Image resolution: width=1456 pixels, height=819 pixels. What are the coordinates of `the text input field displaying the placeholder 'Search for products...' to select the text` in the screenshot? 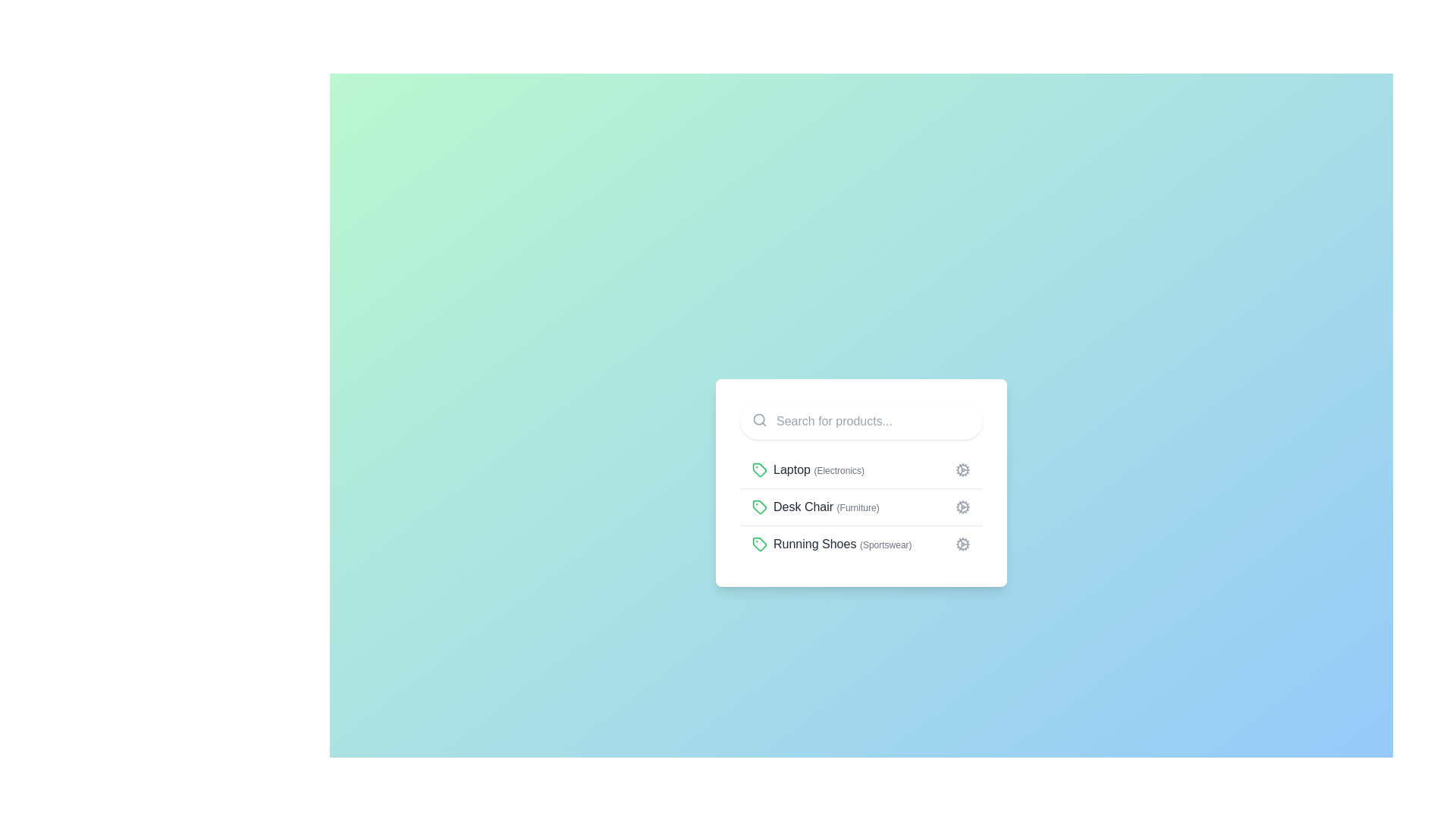 It's located at (861, 421).